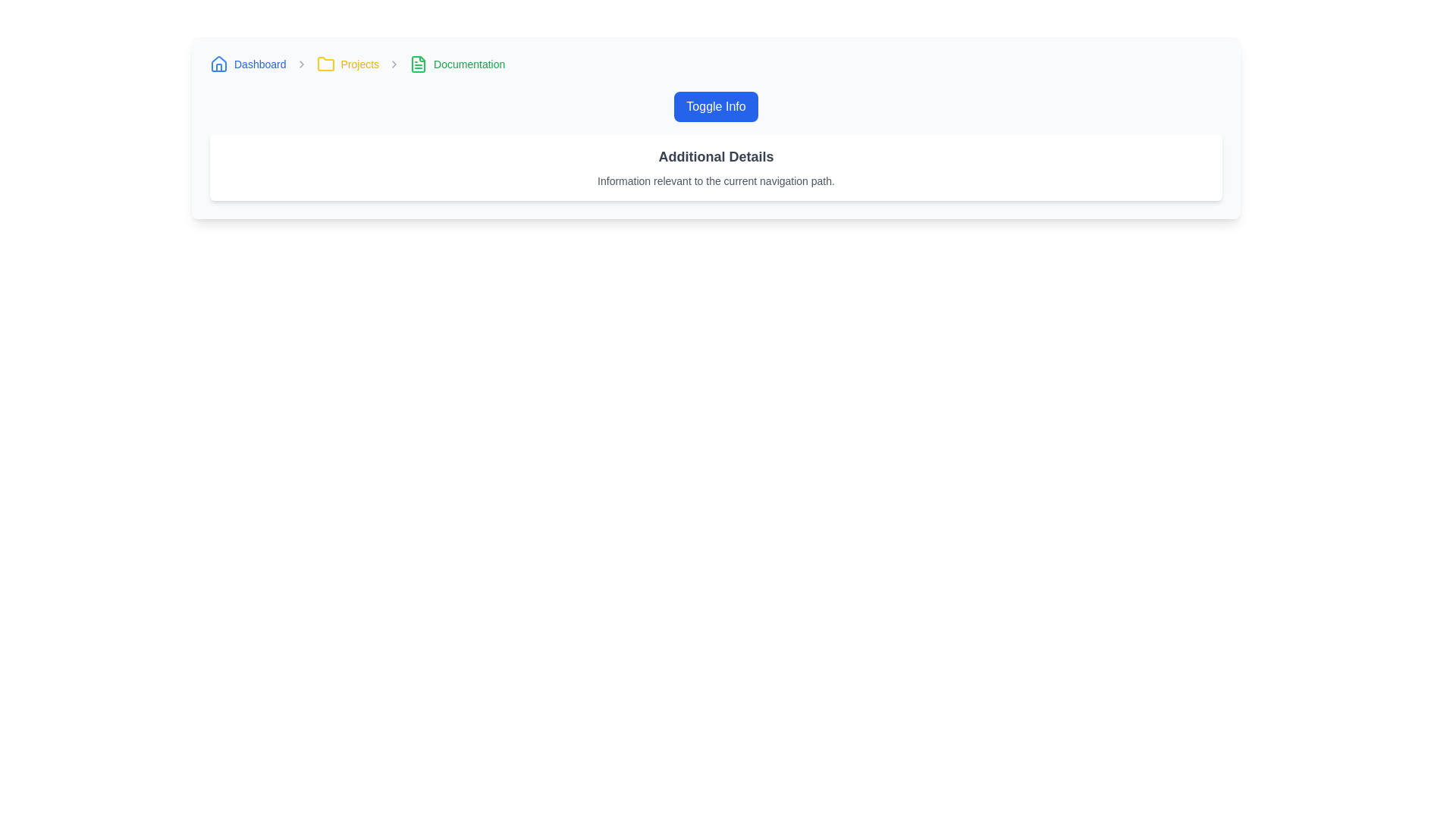  Describe the element at coordinates (419, 63) in the screenshot. I see `the green icon representing the 'Documentation' section in the breadcrumb navigation, which is located after the yellow folder icon and before the text 'Documentation.'` at that location.